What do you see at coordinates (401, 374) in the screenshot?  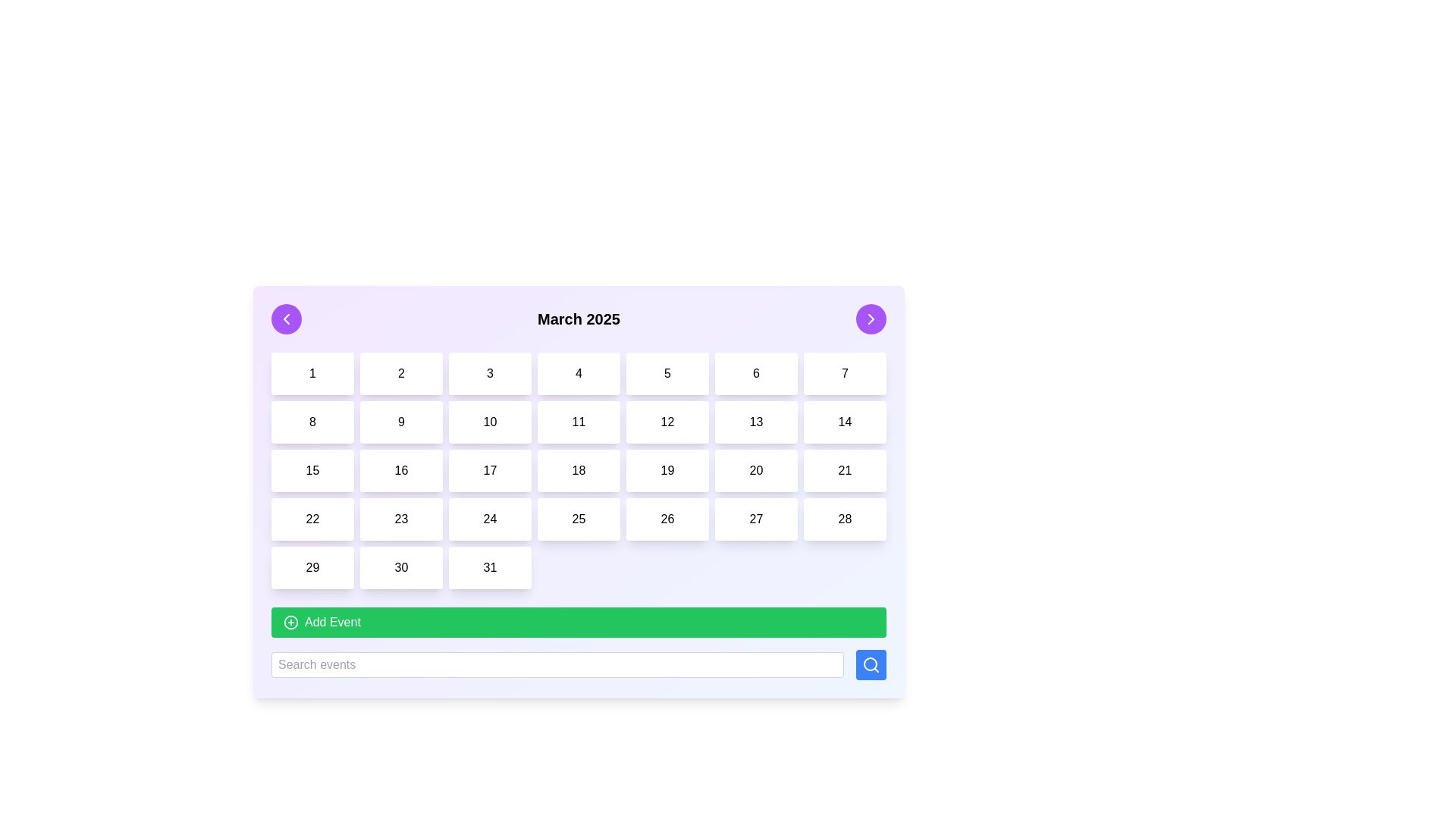 I see `the button representing the 2nd day in the calendar` at bounding box center [401, 374].